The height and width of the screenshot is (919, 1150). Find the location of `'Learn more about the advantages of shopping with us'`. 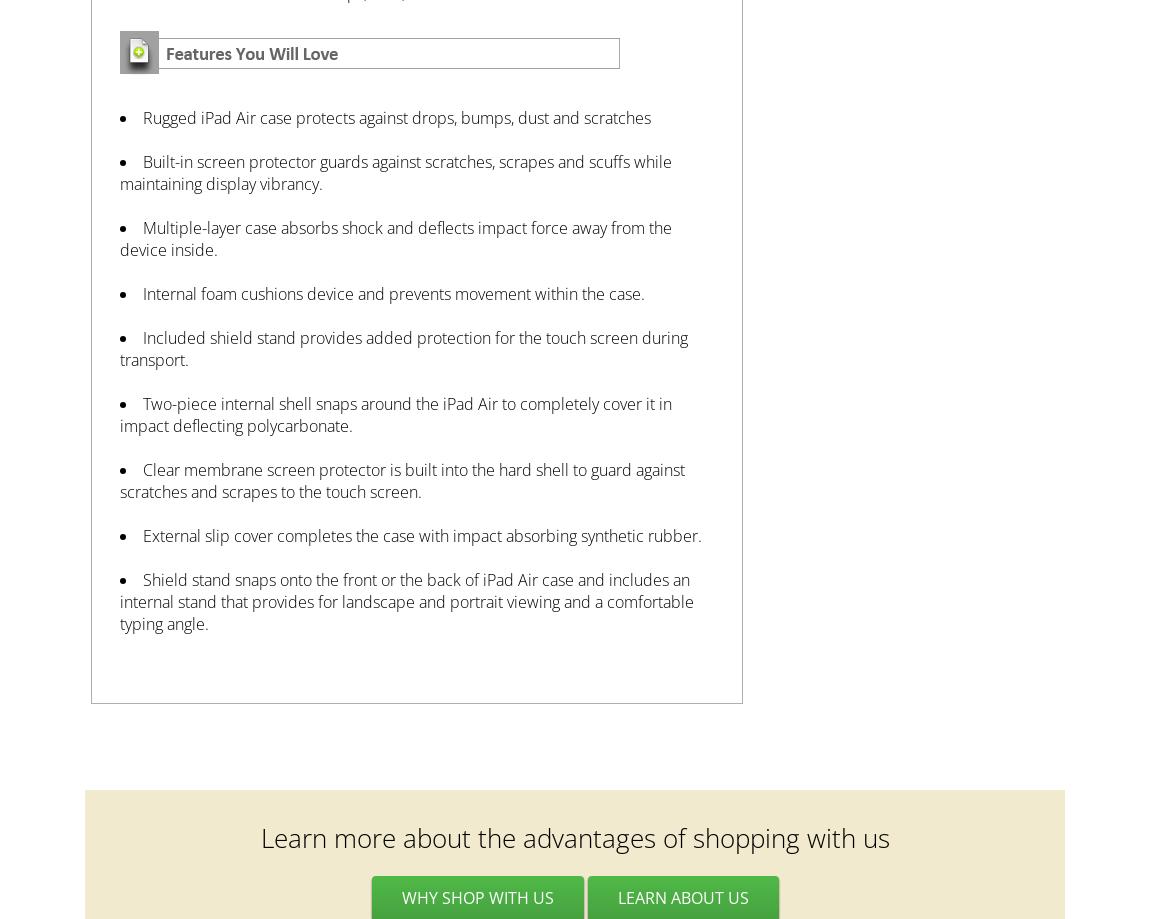

'Learn more about the advantages of shopping with us' is located at coordinates (259, 837).